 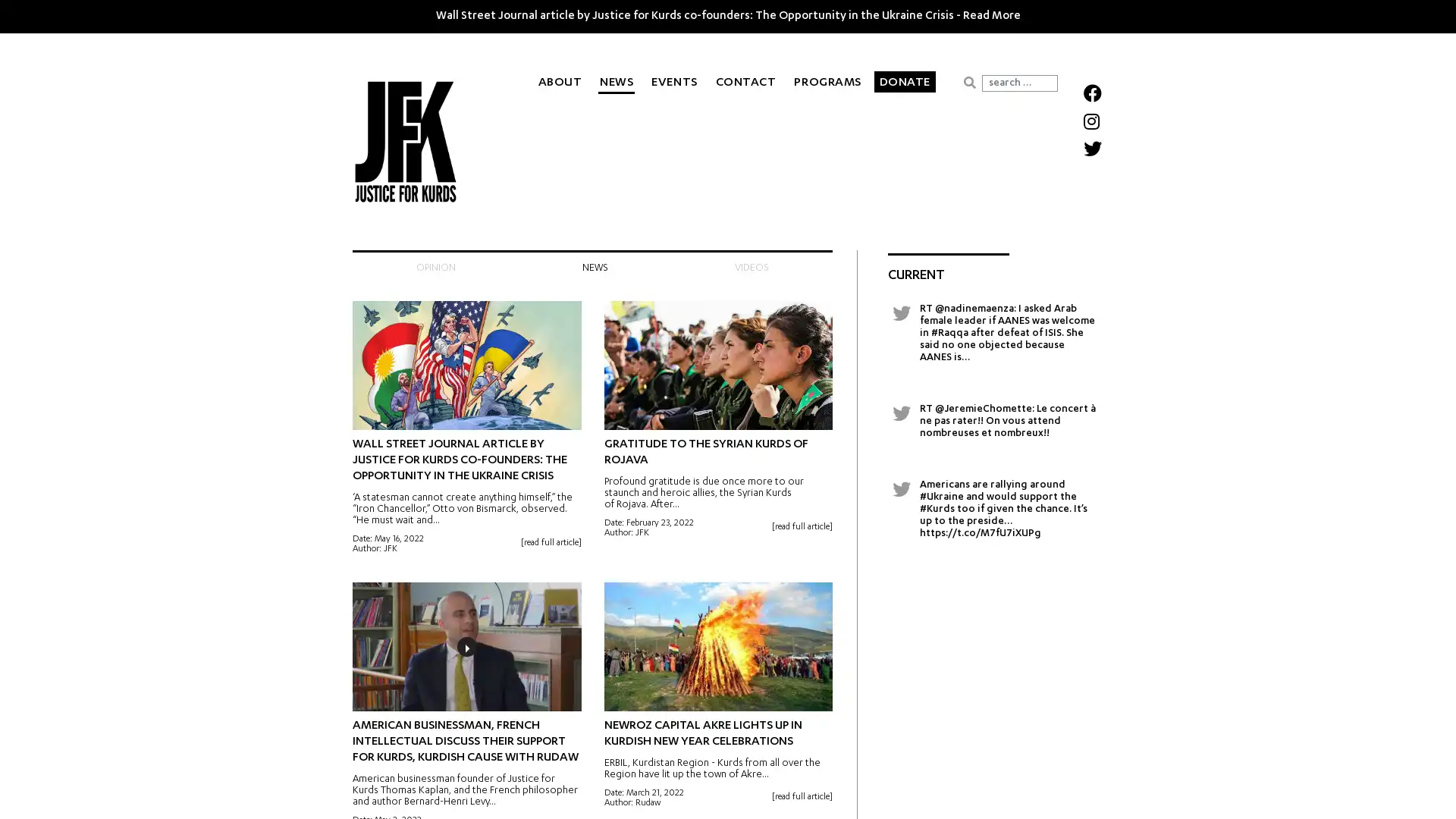 What do you see at coordinates (968, 82) in the screenshot?
I see `Search` at bounding box center [968, 82].